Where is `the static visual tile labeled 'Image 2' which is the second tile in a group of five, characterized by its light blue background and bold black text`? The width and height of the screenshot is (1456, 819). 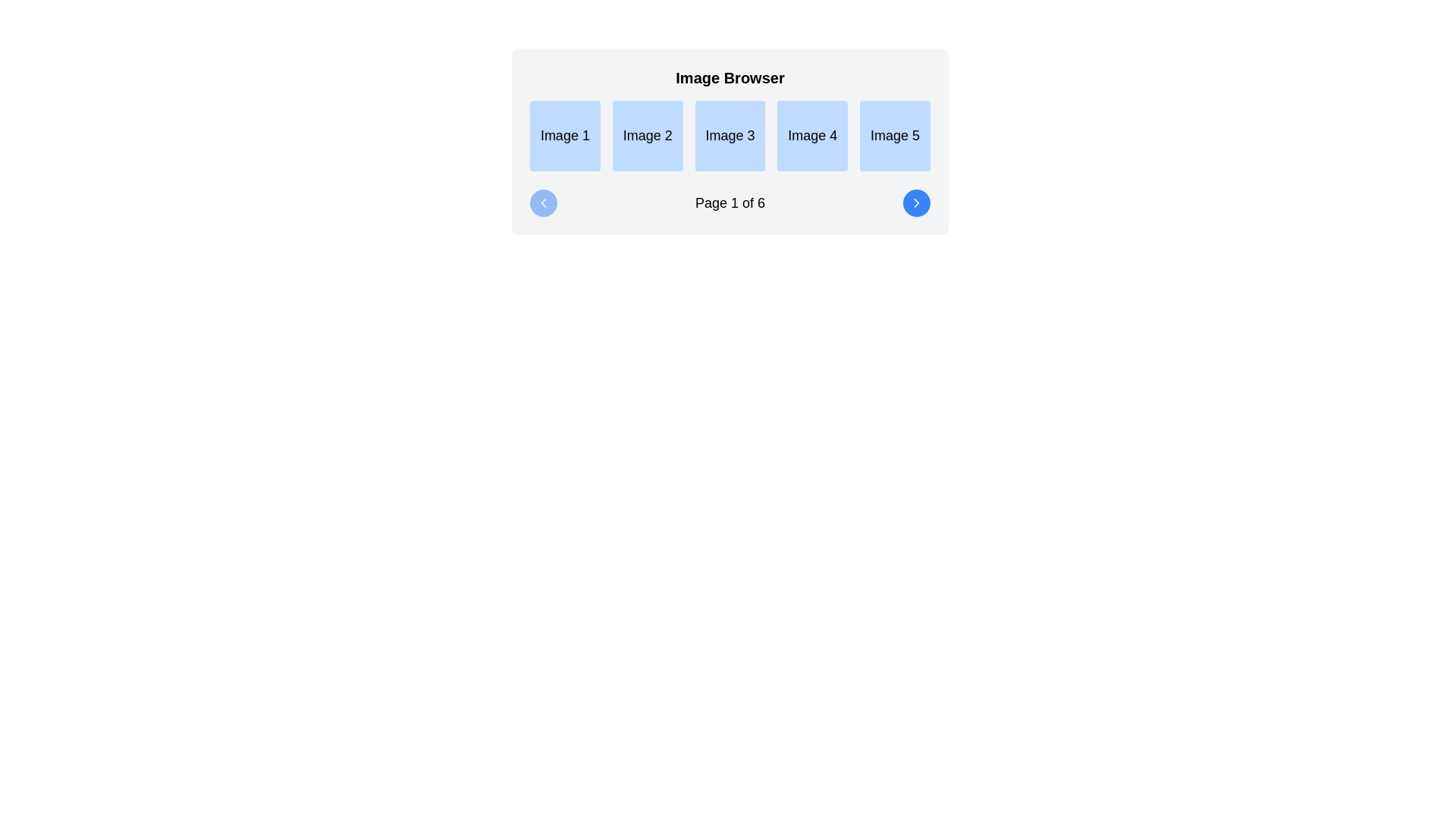
the static visual tile labeled 'Image 2' which is the second tile in a group of five, characterized by its light blue background and bold black text is located at coordinates (648, 135).